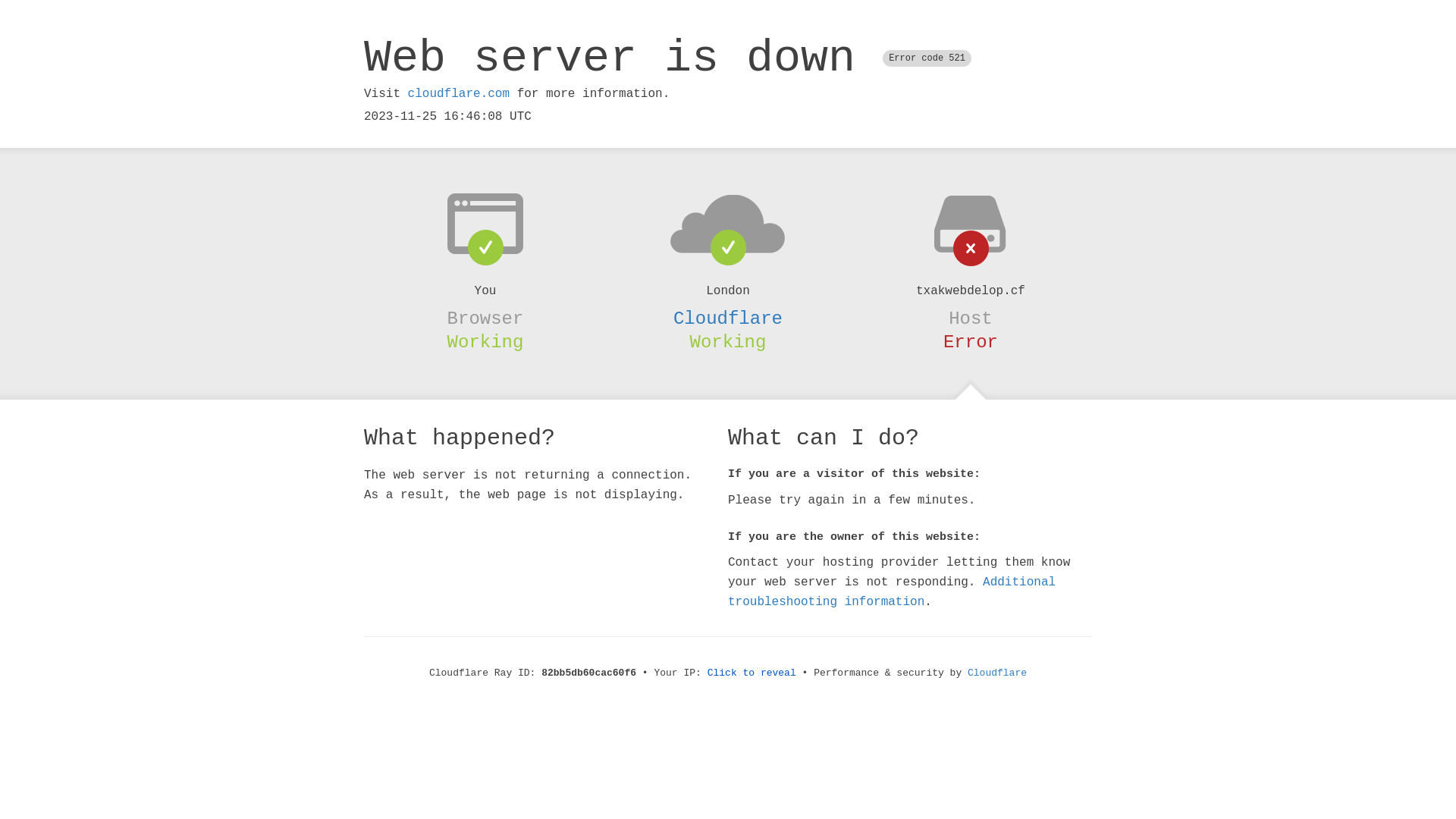 The image size is (1456, 819). What do you see at coordinates (752, 672) in the screenshot?
I see `'Click to reveal'` at bounding box center [752, 672].